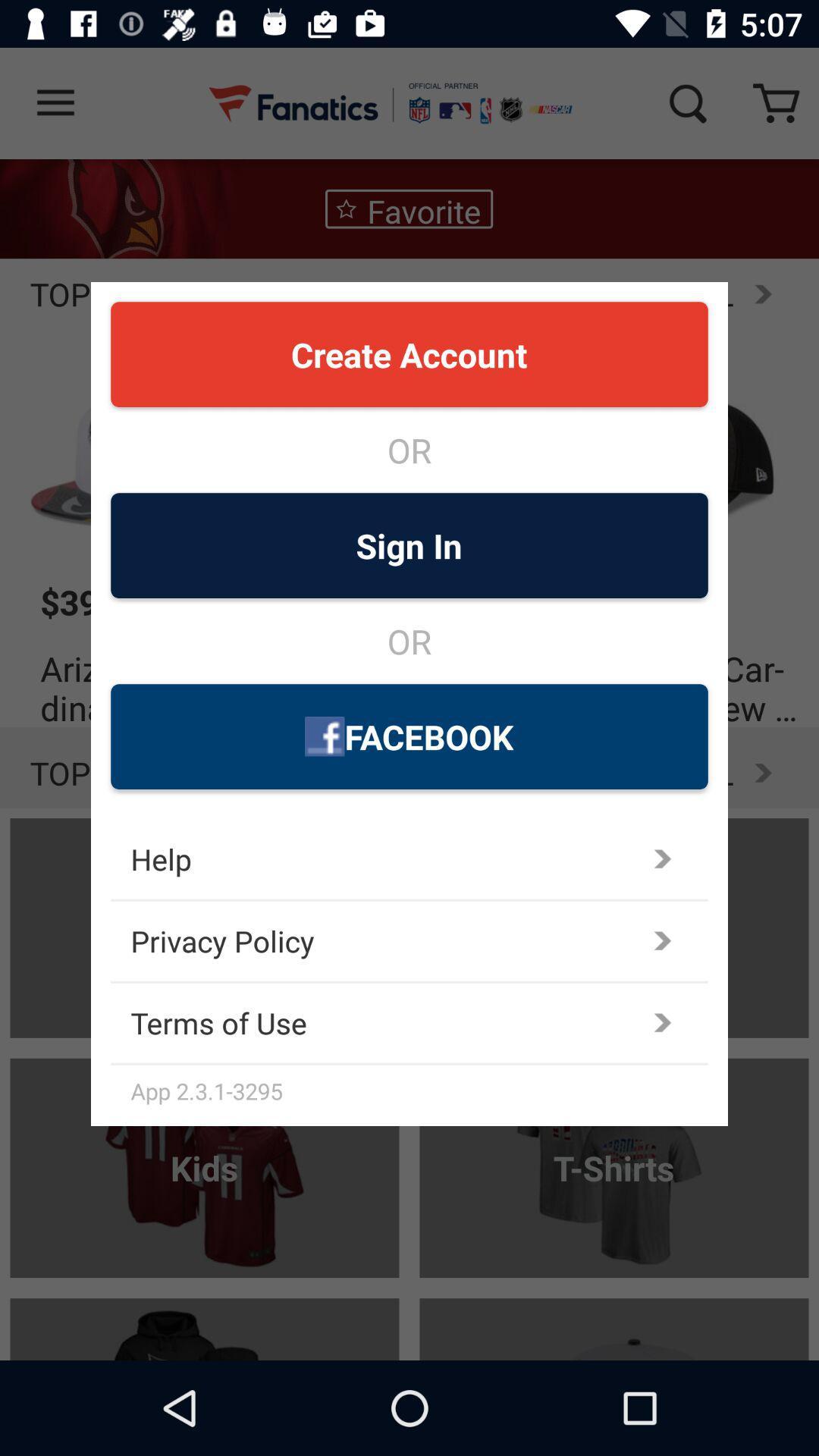 The width and height of the screenshot is (819, 1456). What do you see at coordinates (419, 1090) in the screenshot?
I see `the app 2 3 icon` at bounding box center [419, 1090].